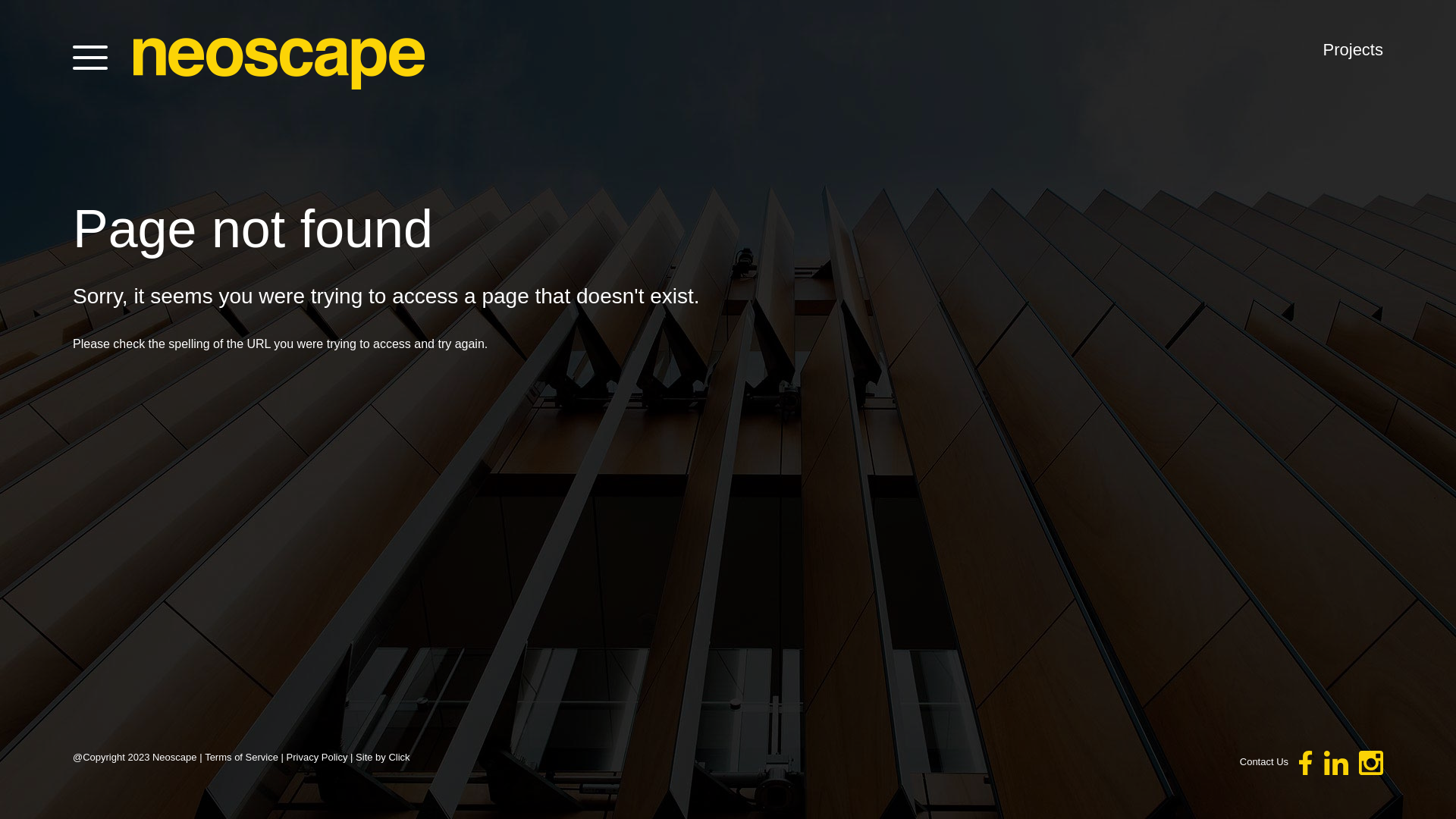 Image resolution: width=1456 pixels, height=819 pixels. What do you see at coordinates (240, 757) in the screenshot?
I see `'Terms of Service'` at bounding box center [240, 757].